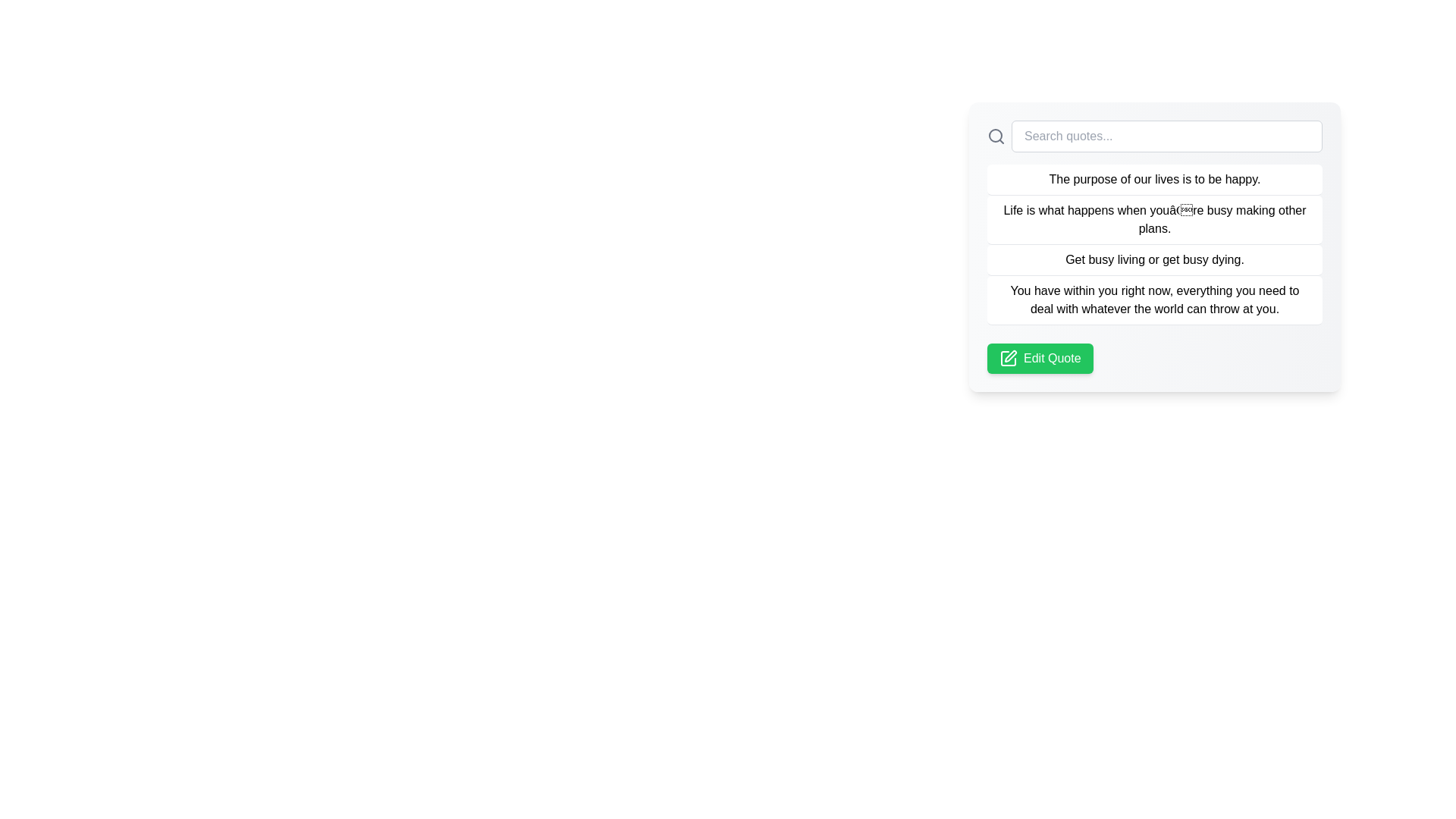  What do you see at coordinates (996, 134) in the screenshot?
I see `the circular SVG element that forms the body of the search icon, which is styled with an outlined gray design and is located in the top-left corner of the main content area near a search bar` at bounding box center [996, 134].